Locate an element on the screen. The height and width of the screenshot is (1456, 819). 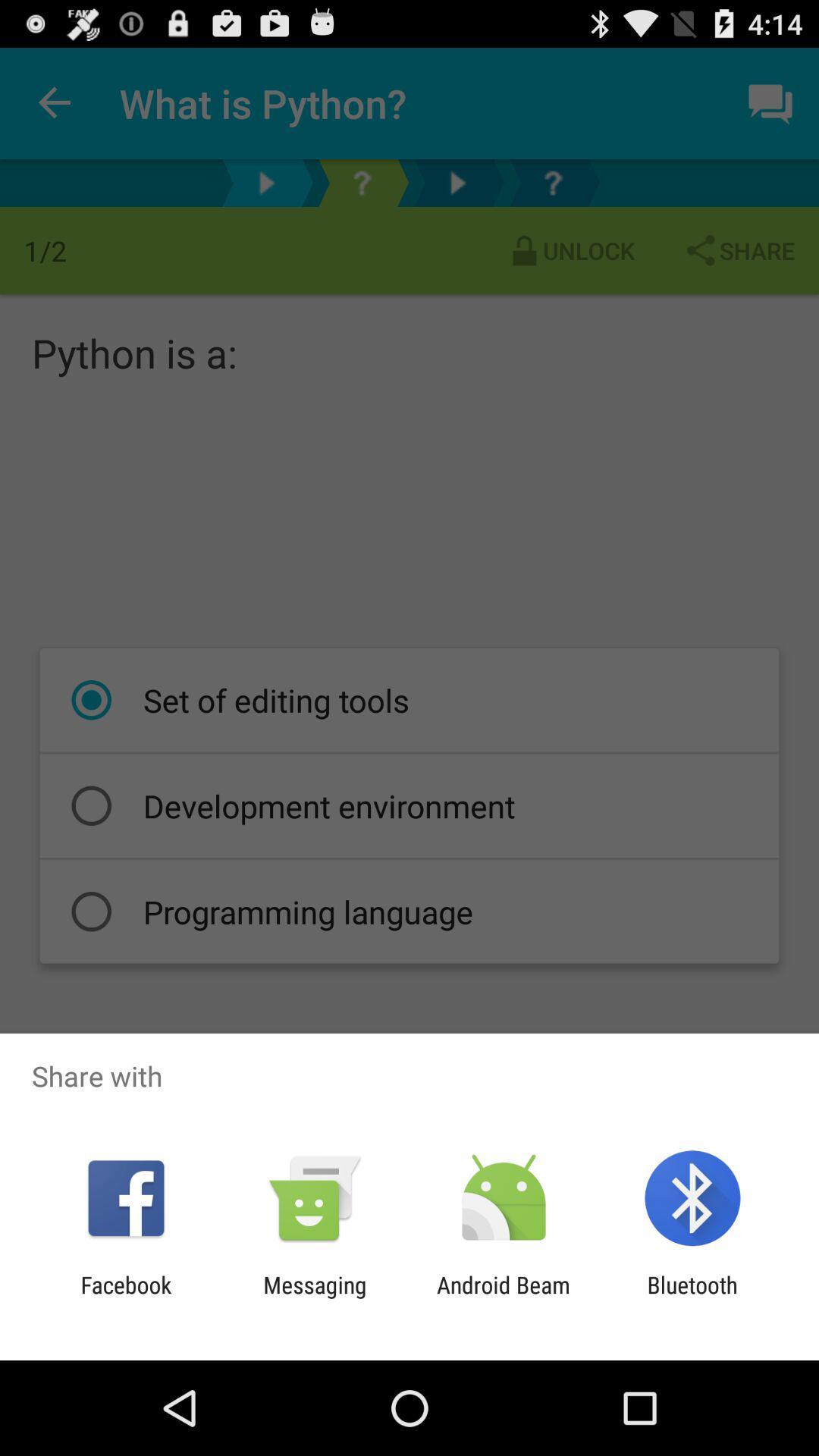
app next to the messaging item is located at coordinates (125, 1298).